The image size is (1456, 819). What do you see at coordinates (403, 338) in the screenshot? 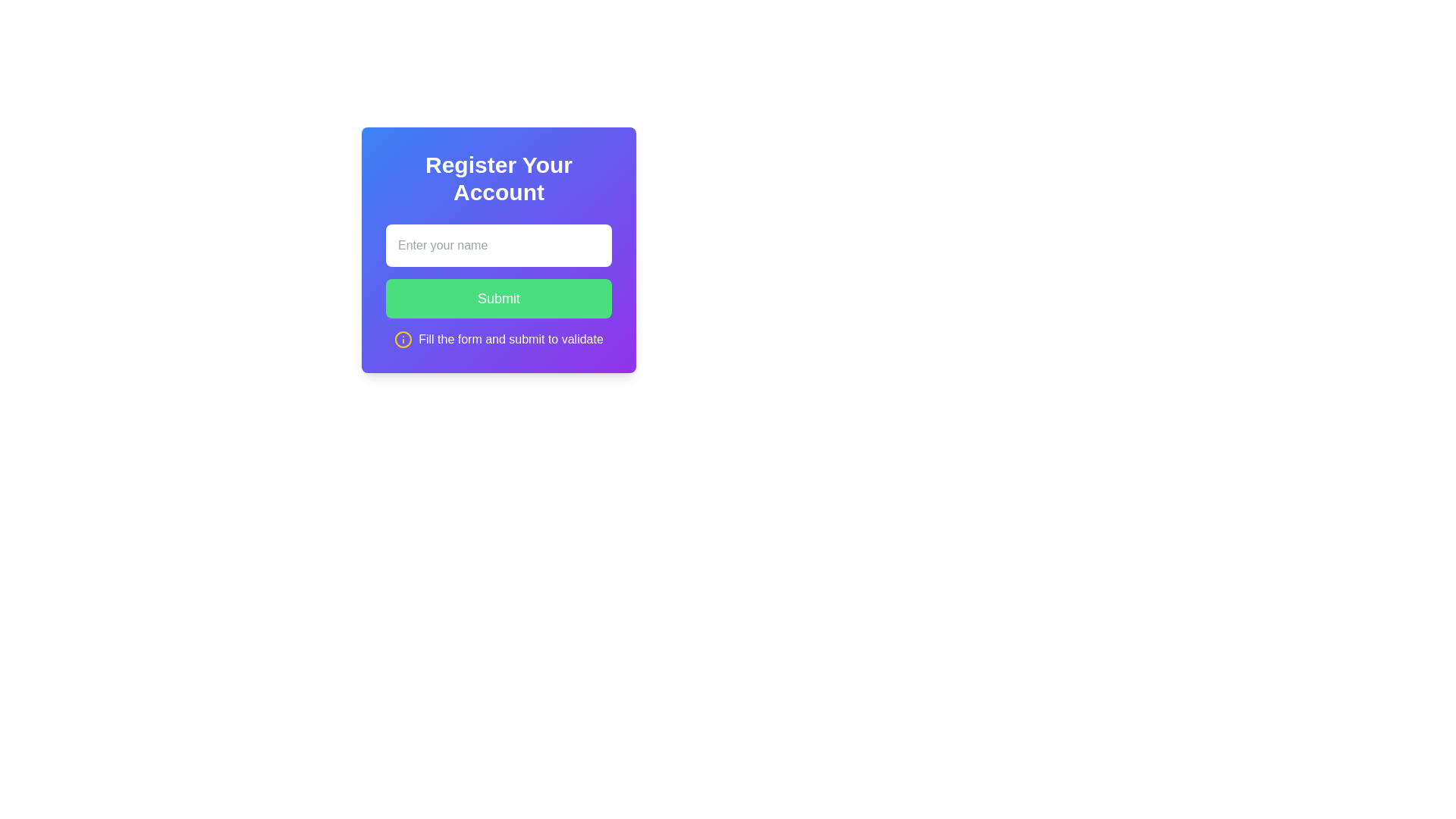
I see `the informational icon located to the far left within the content area below the 'Submit' button, immediately to the left of the text 'Fill the form and submit to validate', for accessibility purposes` at bounding box center [403, 338].